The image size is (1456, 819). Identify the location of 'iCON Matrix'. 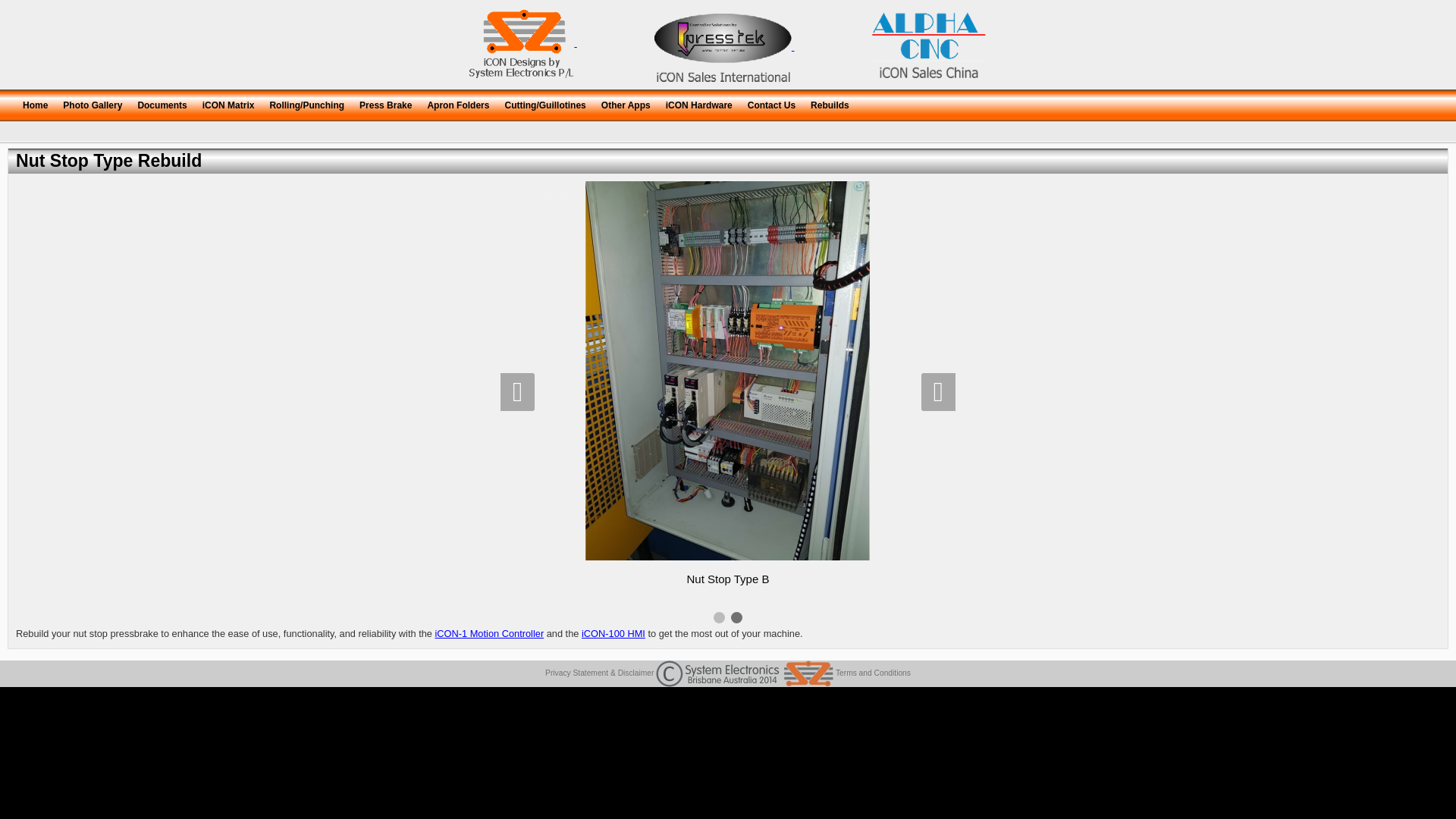
(227, 102).